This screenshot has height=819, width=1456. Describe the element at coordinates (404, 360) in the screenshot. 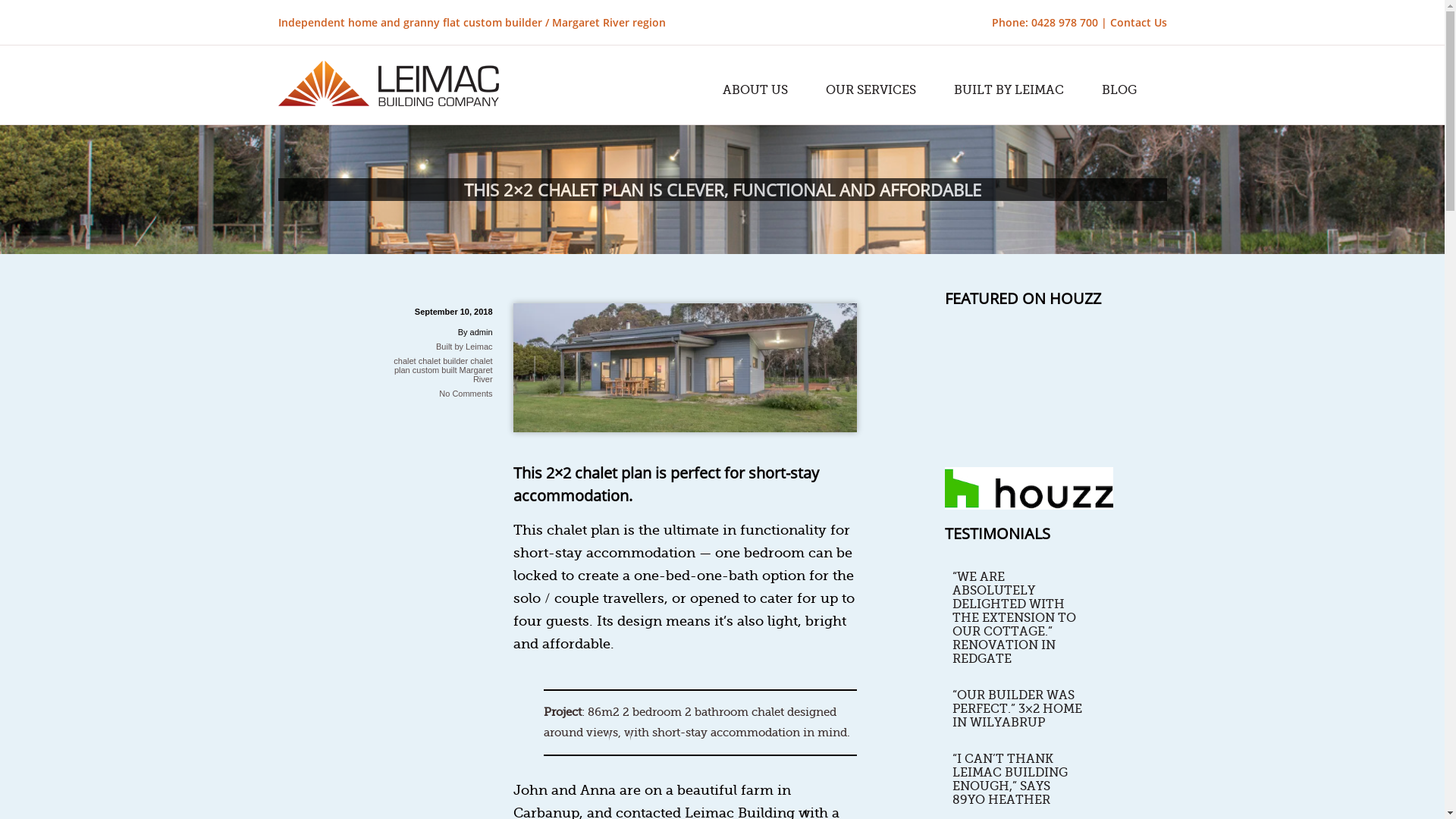

I see `'chalet'` at that location.